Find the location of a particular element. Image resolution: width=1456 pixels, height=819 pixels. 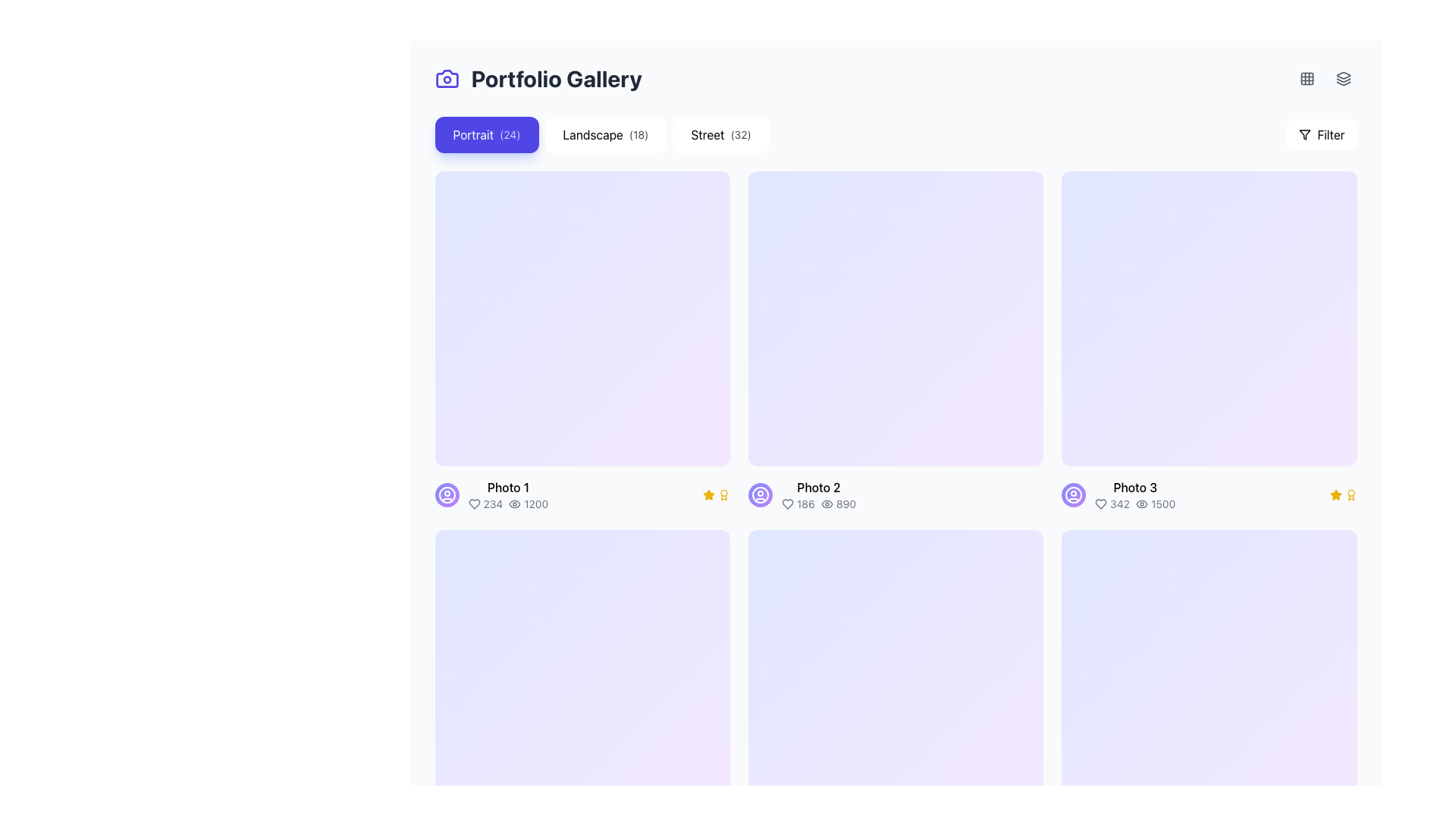

the decorative camera body icon located to the left of the 'Portfolio Gallery' title at the top of the application is located at coordinates (446, 79).